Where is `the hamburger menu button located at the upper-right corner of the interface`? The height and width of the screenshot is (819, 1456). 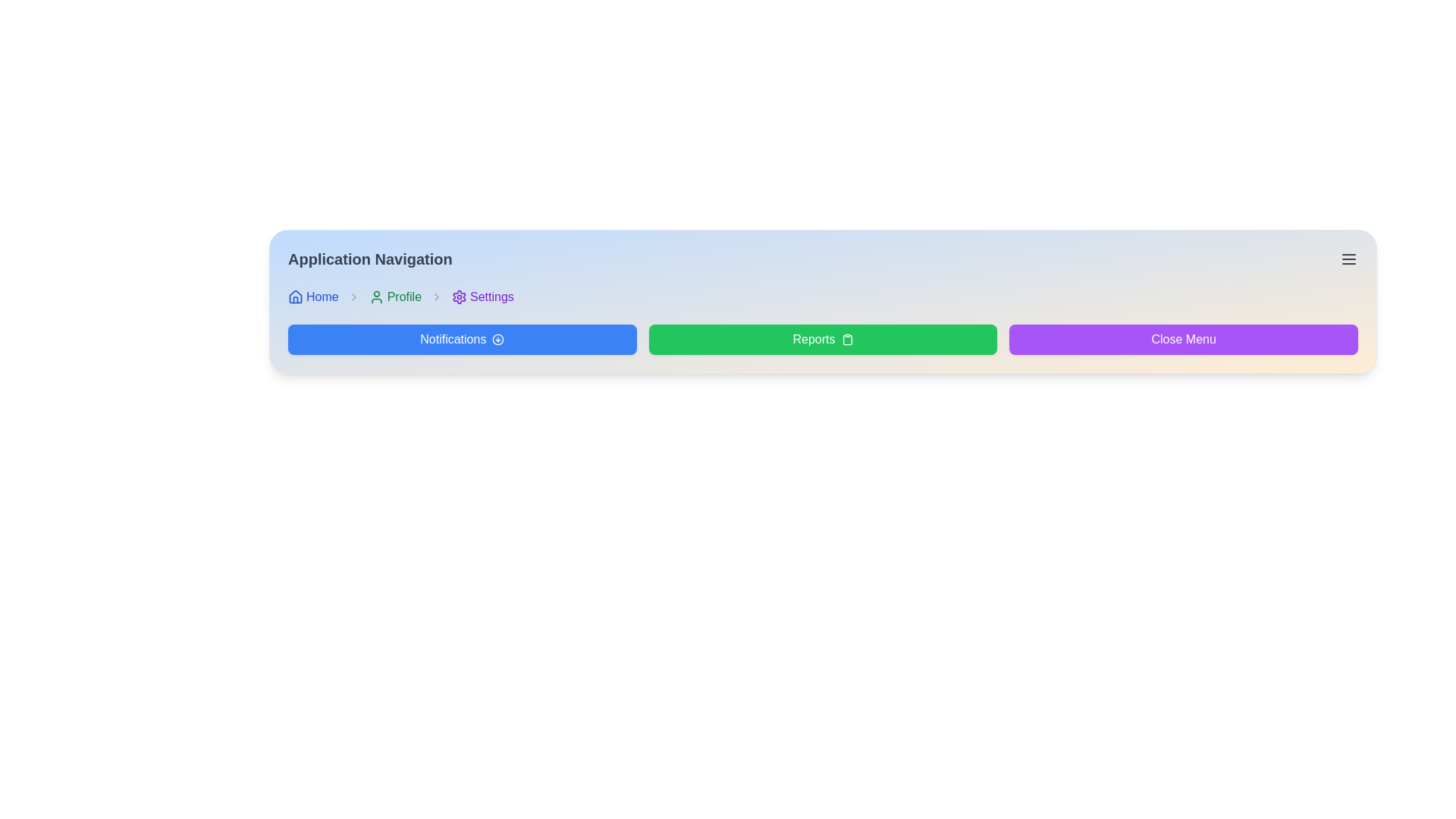
the hamburger menu button located at the upper-right corner of the interface is located at coordinates (1349, 259).